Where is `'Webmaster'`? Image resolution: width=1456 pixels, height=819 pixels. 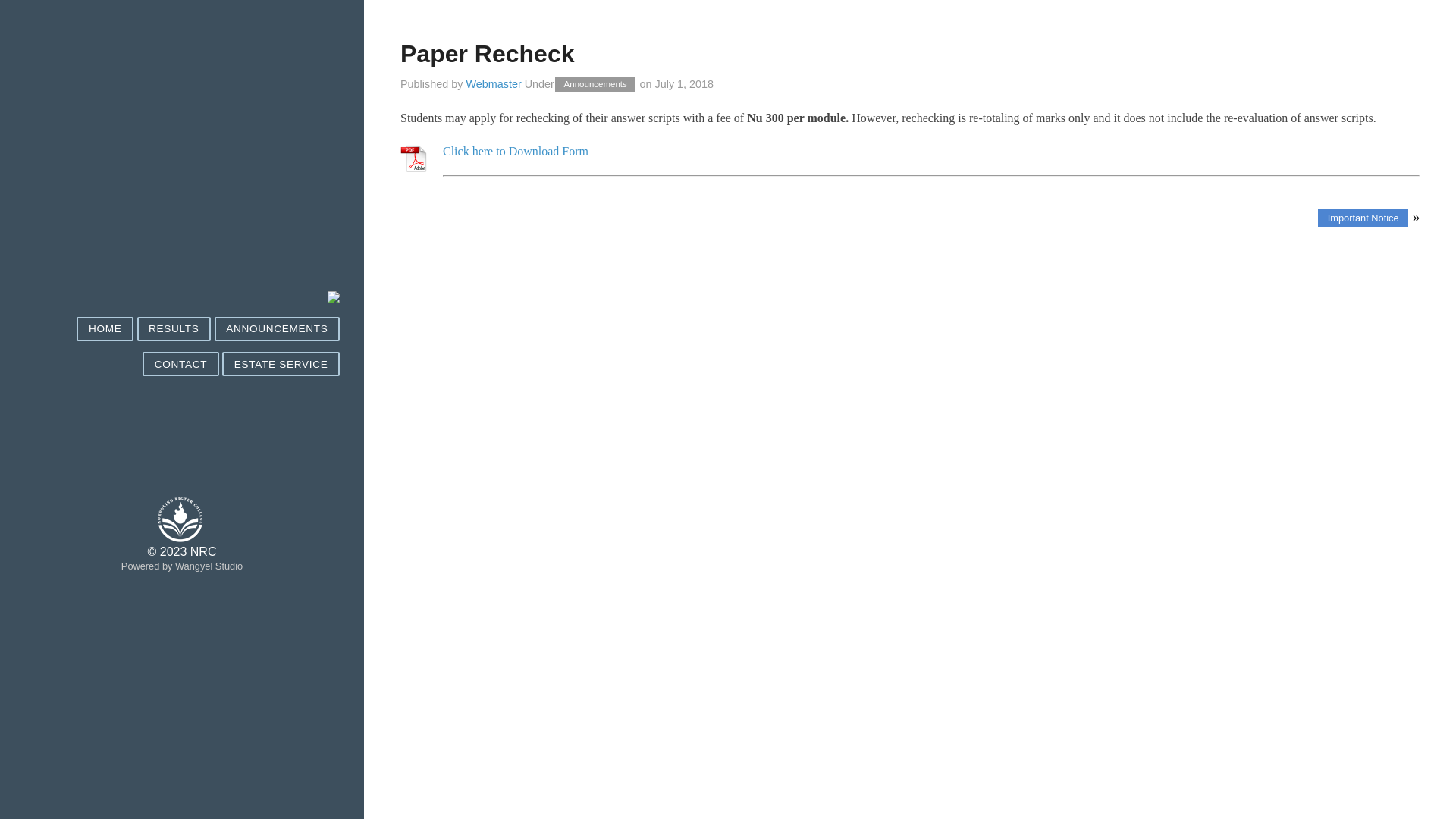 'Webmaster' is located at coordinates (493, 84).